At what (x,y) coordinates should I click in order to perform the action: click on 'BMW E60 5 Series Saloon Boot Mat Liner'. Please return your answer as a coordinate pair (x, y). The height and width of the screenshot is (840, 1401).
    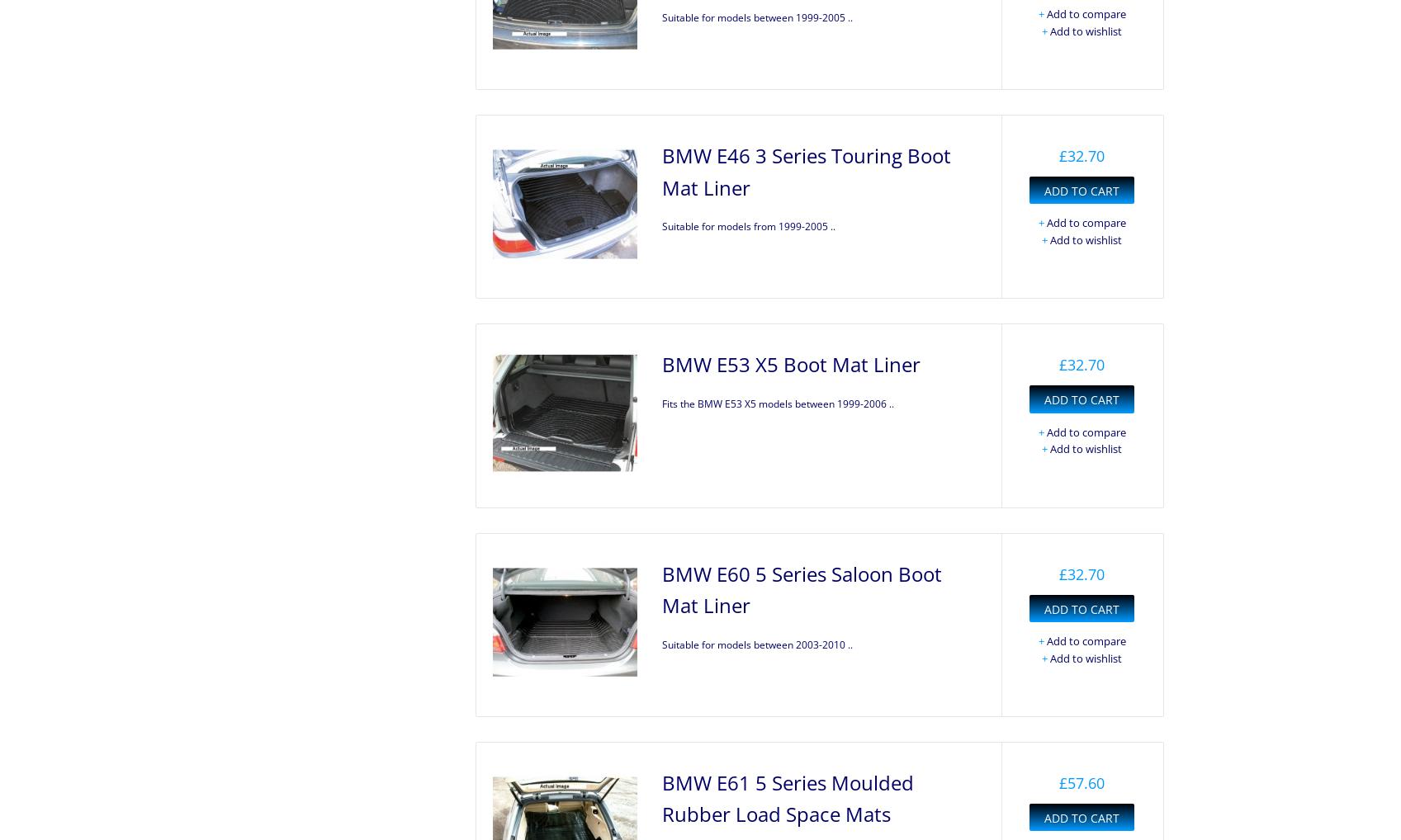
    Looking at the image, I should click on (802, 588).